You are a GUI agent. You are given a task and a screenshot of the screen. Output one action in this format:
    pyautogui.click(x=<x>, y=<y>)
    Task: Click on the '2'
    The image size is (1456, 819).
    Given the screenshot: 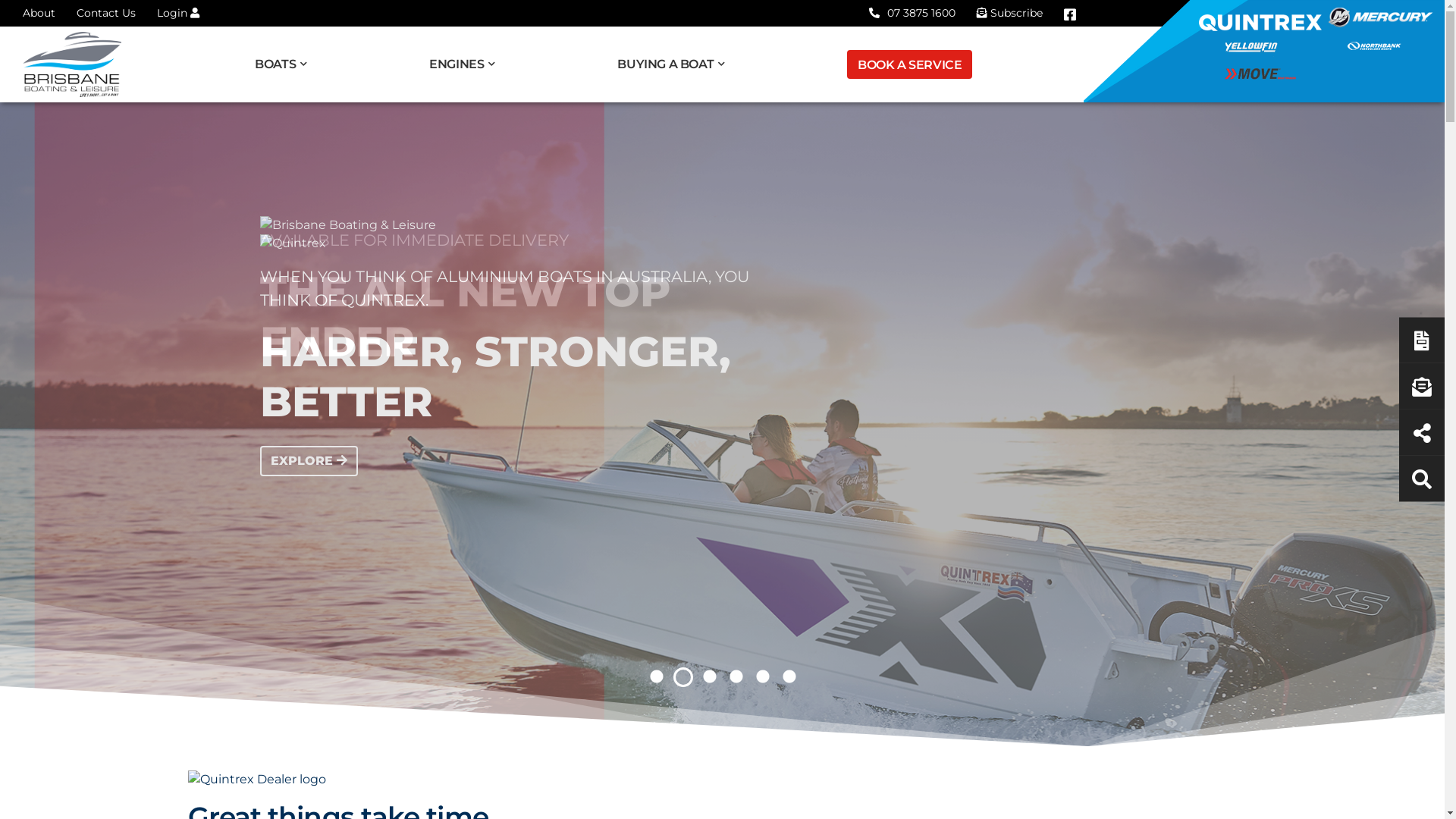 What is the action you would take?
    pyautogui.click(x=673, y=676)
    